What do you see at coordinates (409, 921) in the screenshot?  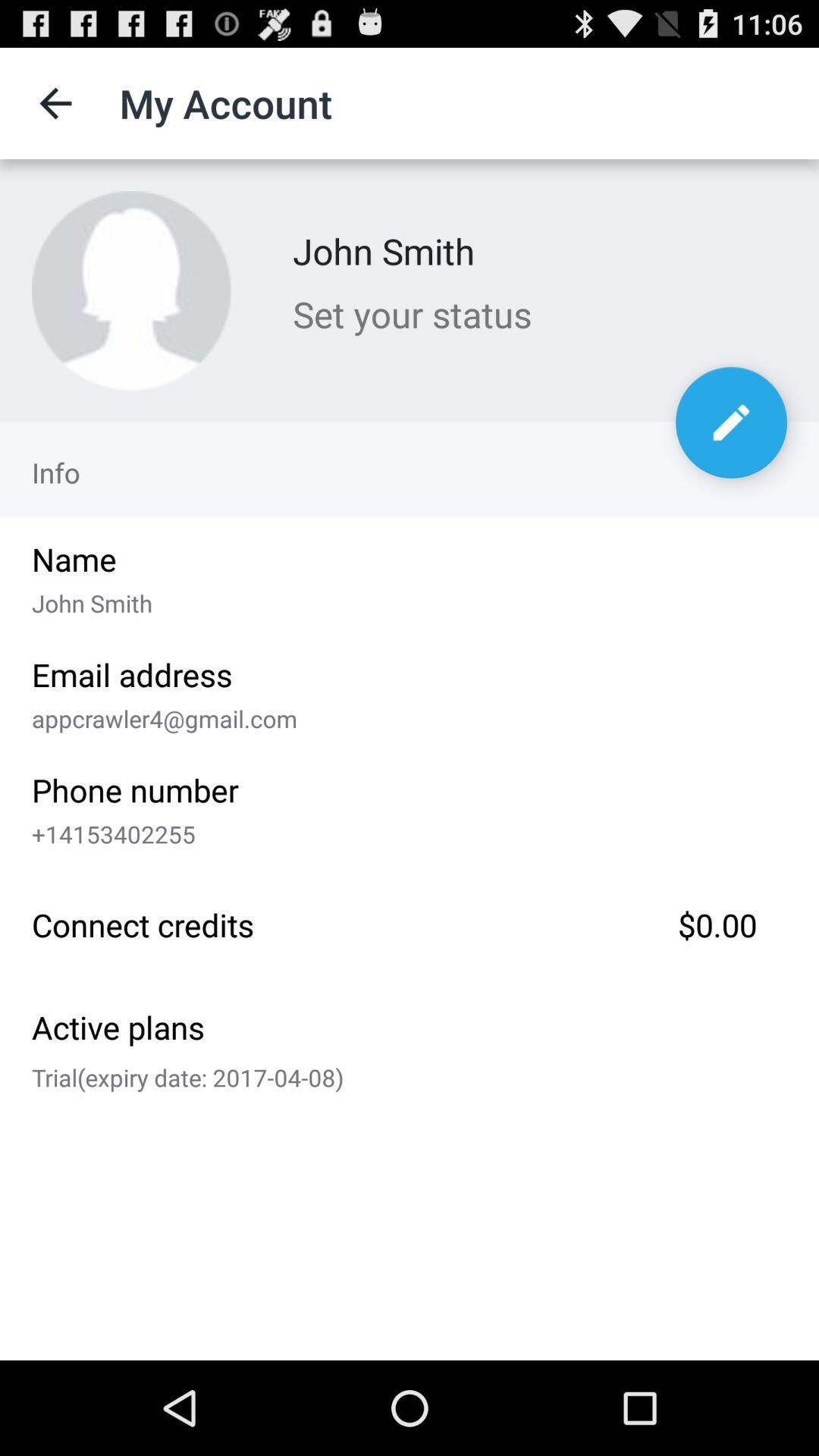 I see `text above active plans` at bounding box center [409, 921].